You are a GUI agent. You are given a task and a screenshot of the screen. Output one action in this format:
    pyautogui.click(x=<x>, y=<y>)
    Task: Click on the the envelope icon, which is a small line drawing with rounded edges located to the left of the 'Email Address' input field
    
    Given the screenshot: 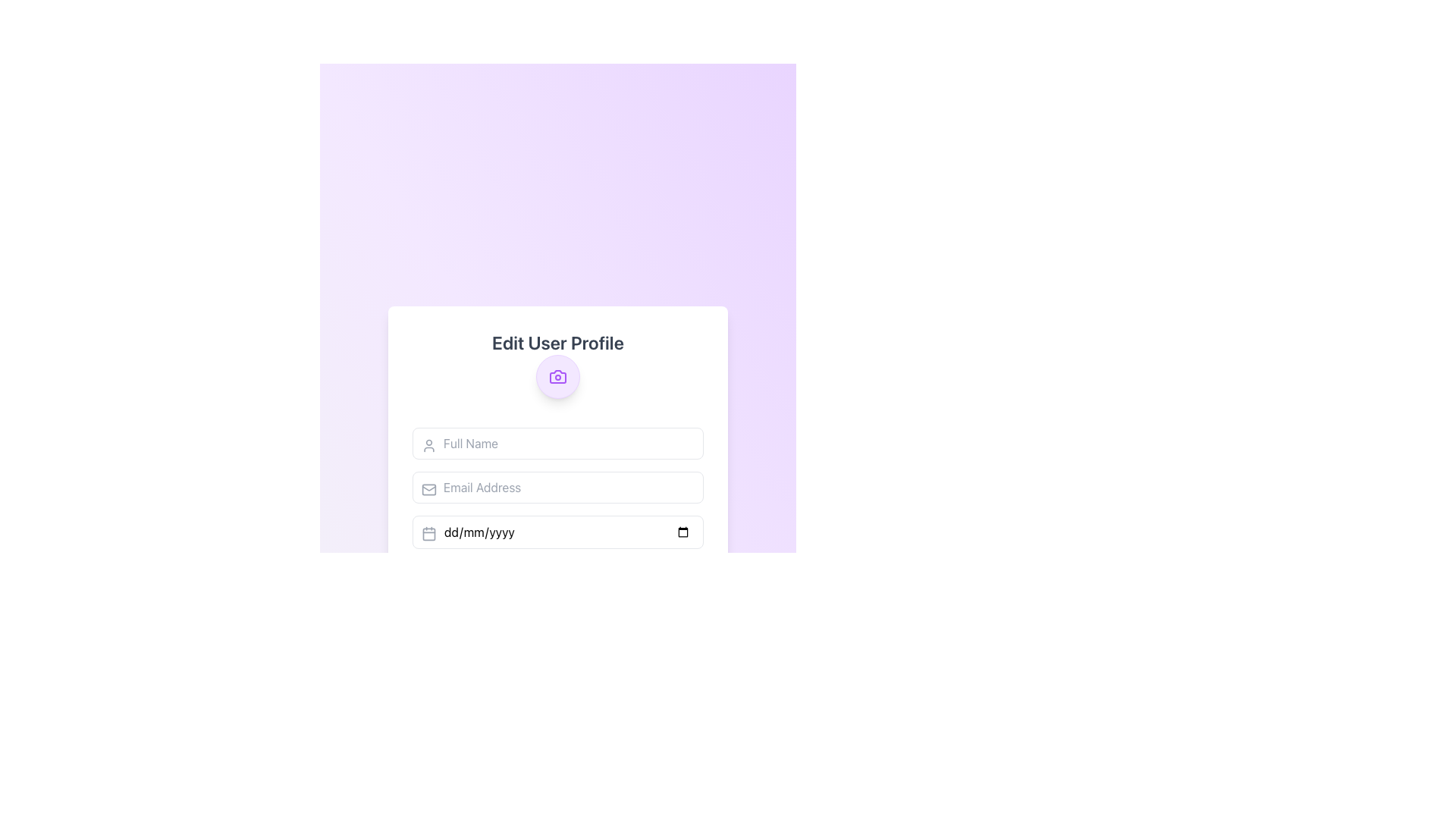 What is the action you would take?
    pyautogui.click(x=428, y=489)
    